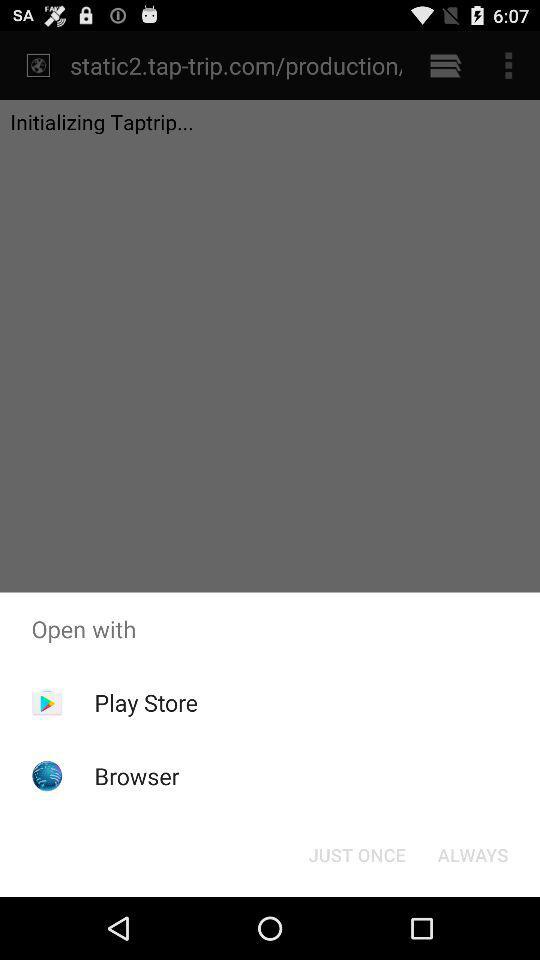  I want to click on icon to the right of just once button, so click(472, 853).